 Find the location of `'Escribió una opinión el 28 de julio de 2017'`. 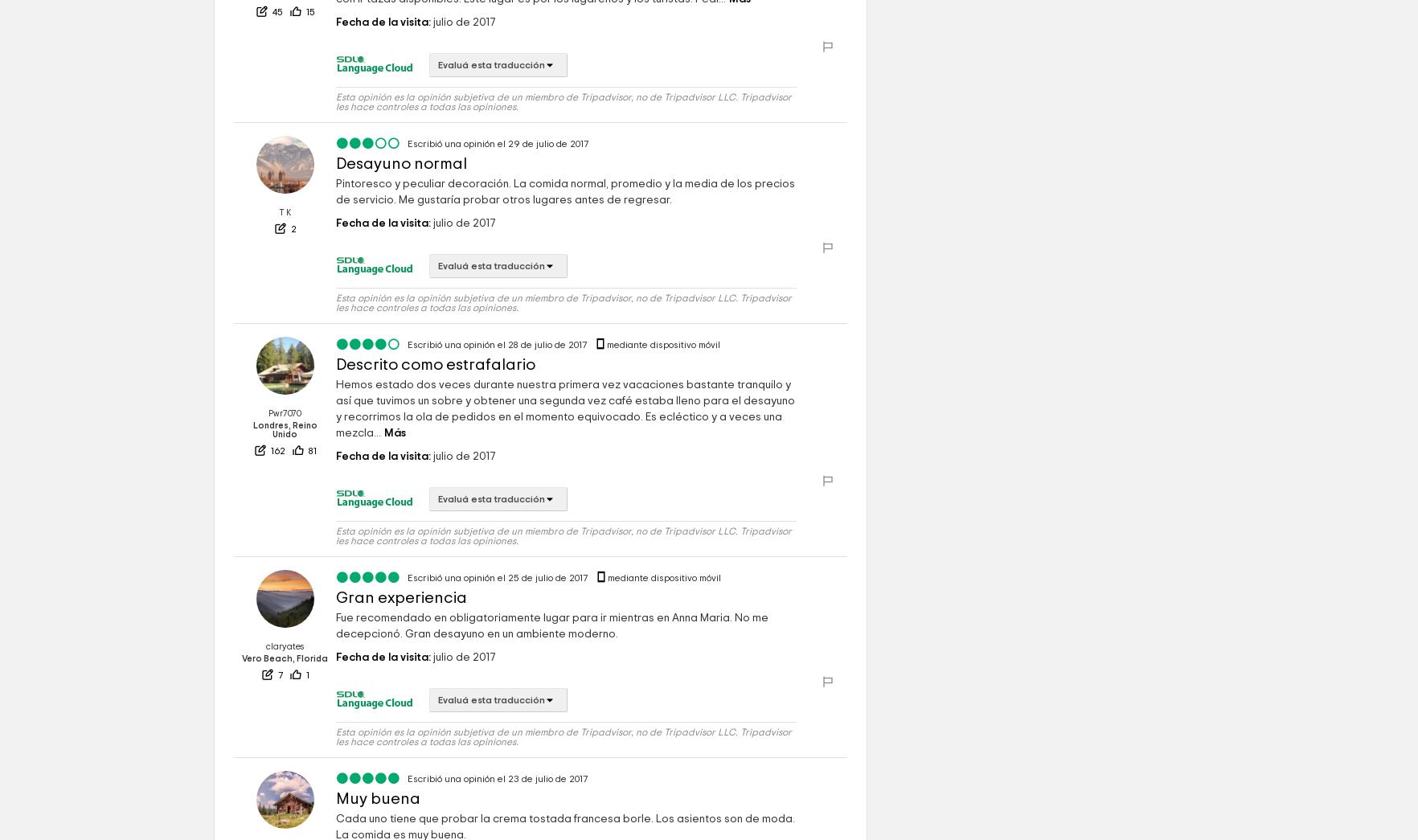

'Escribió una opinión el 28 de julio de 2017' is located at coordinates (498, 344).